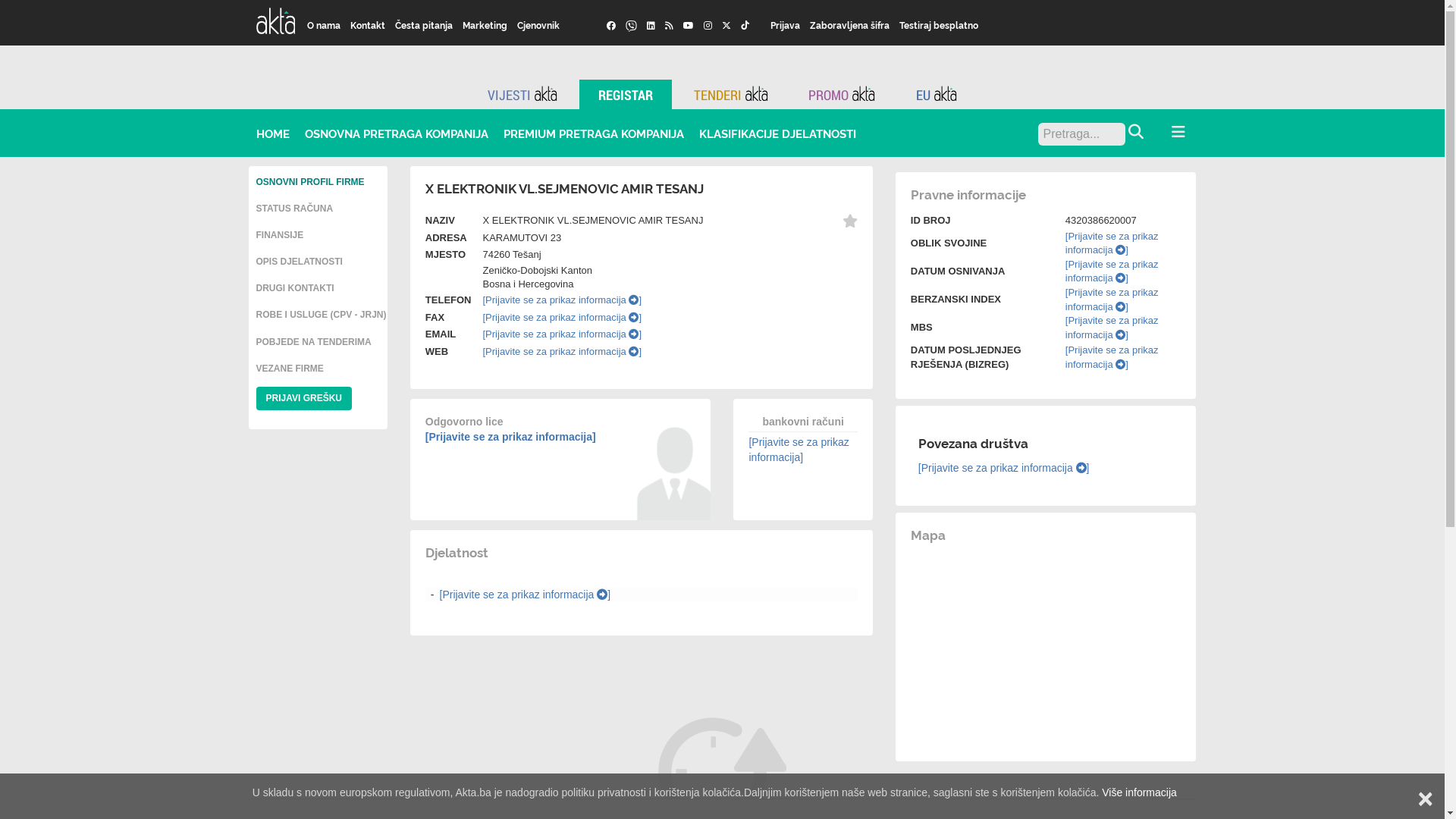 This screenshot has width=1456, height=819. Describe the element at coordinates (777, 133) in the screenshot. I see `'KLASIFIKACIJE DJELATNOSTI'` at that location.